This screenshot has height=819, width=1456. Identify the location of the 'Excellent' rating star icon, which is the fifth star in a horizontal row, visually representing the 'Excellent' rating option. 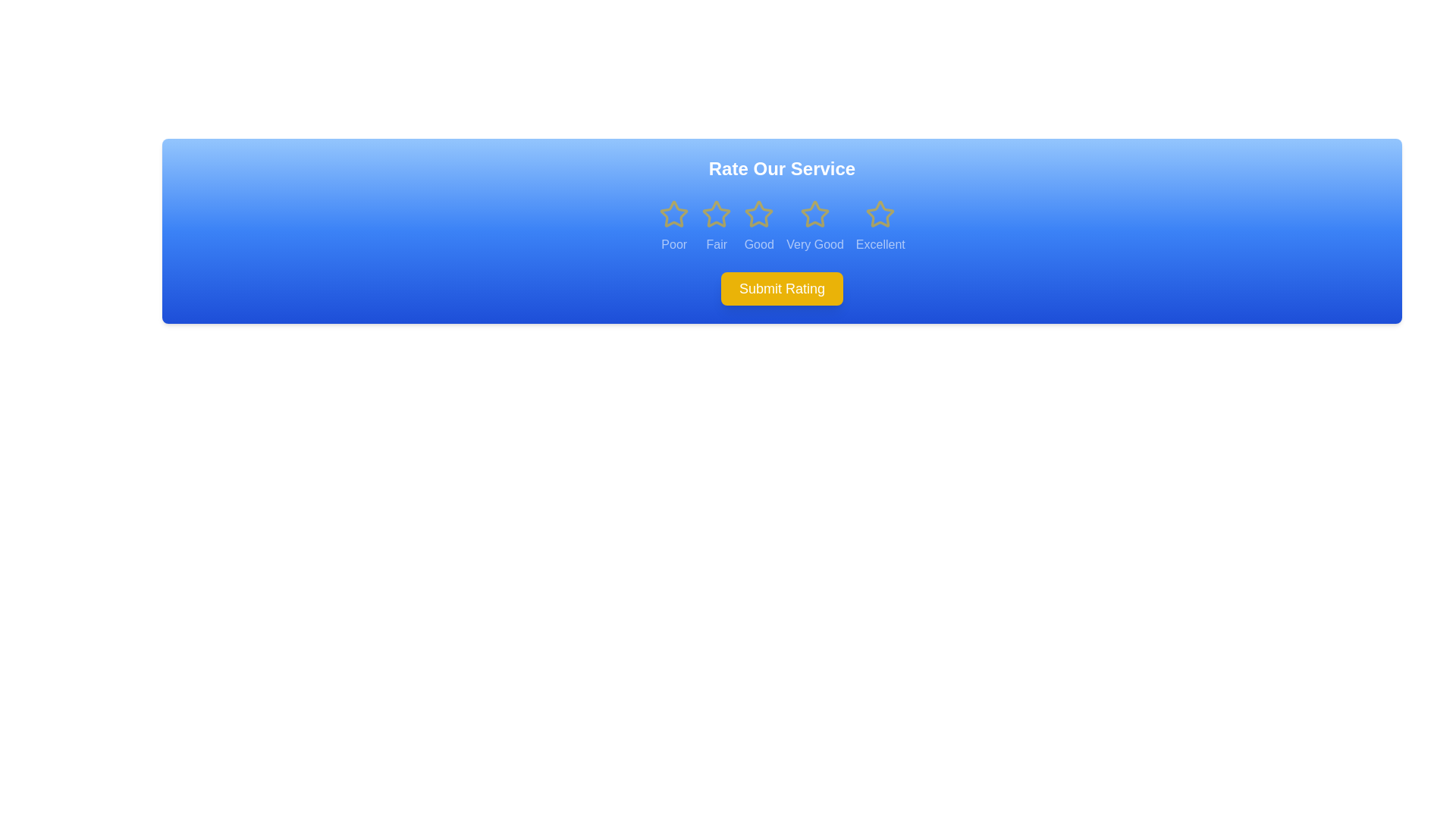
(880, 214).